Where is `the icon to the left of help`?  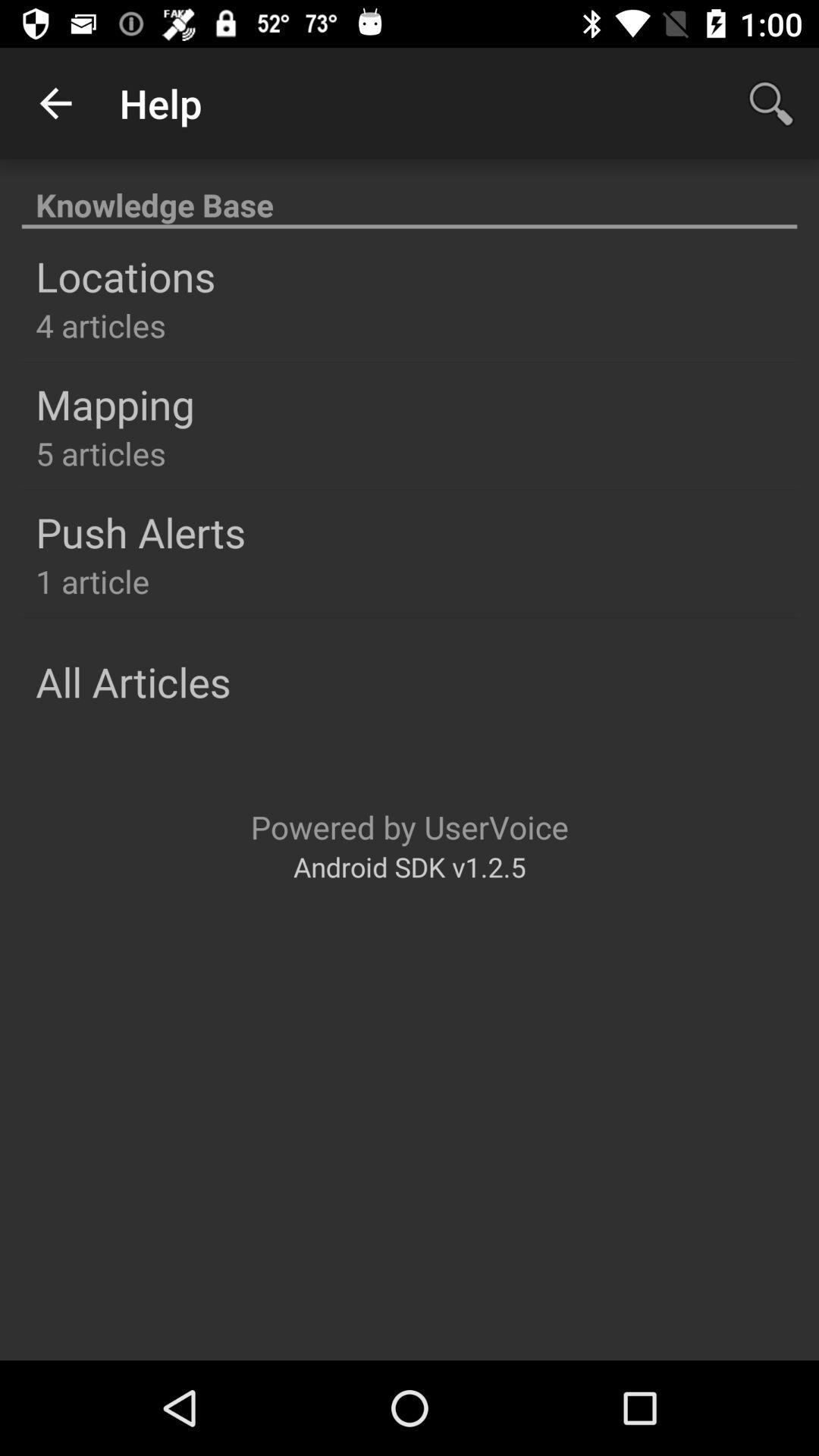
the icon to the left of help is located at coordinates (55, 102).